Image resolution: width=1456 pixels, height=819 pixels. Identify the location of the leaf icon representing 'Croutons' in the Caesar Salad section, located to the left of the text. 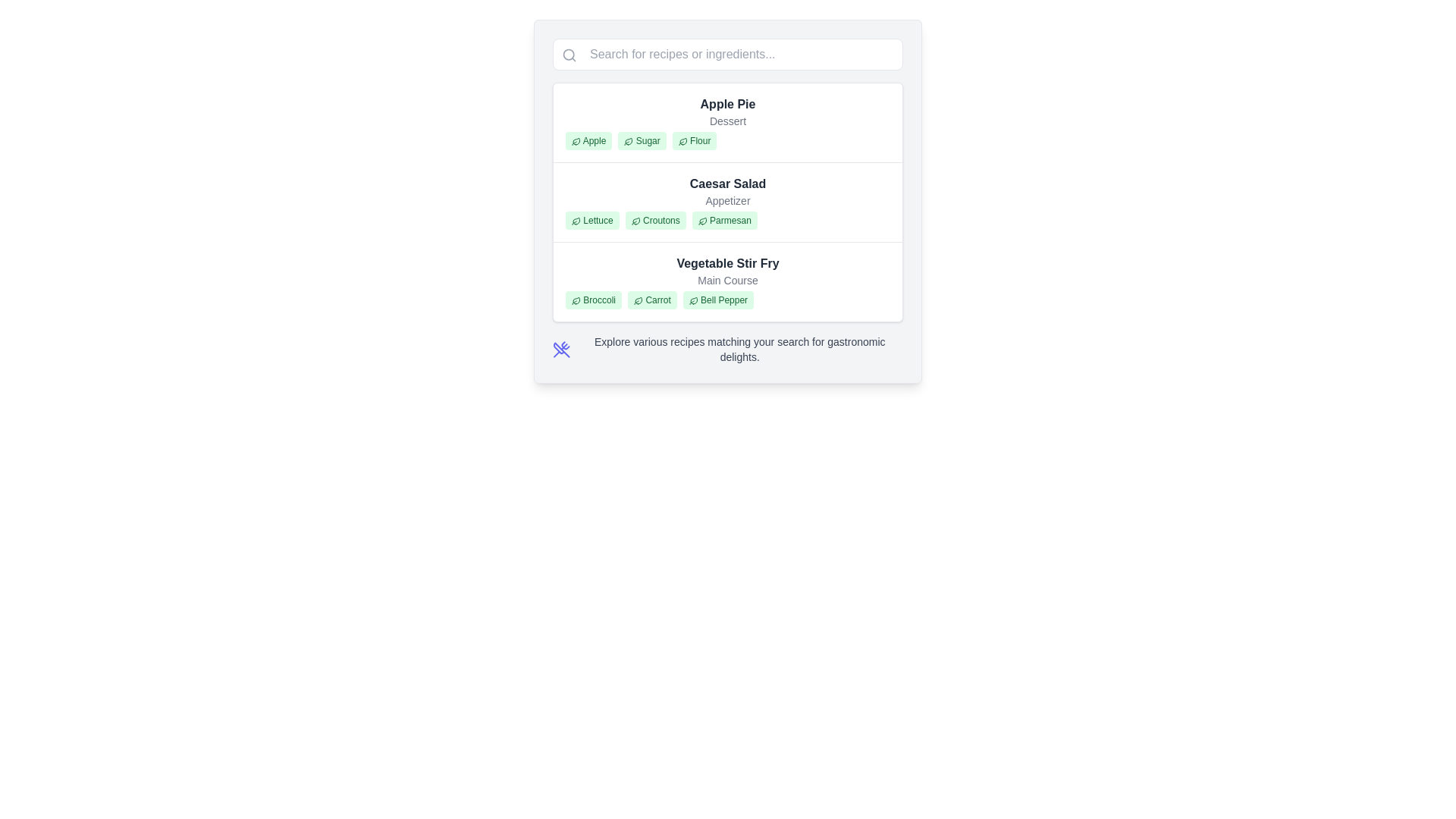
(635, 221).